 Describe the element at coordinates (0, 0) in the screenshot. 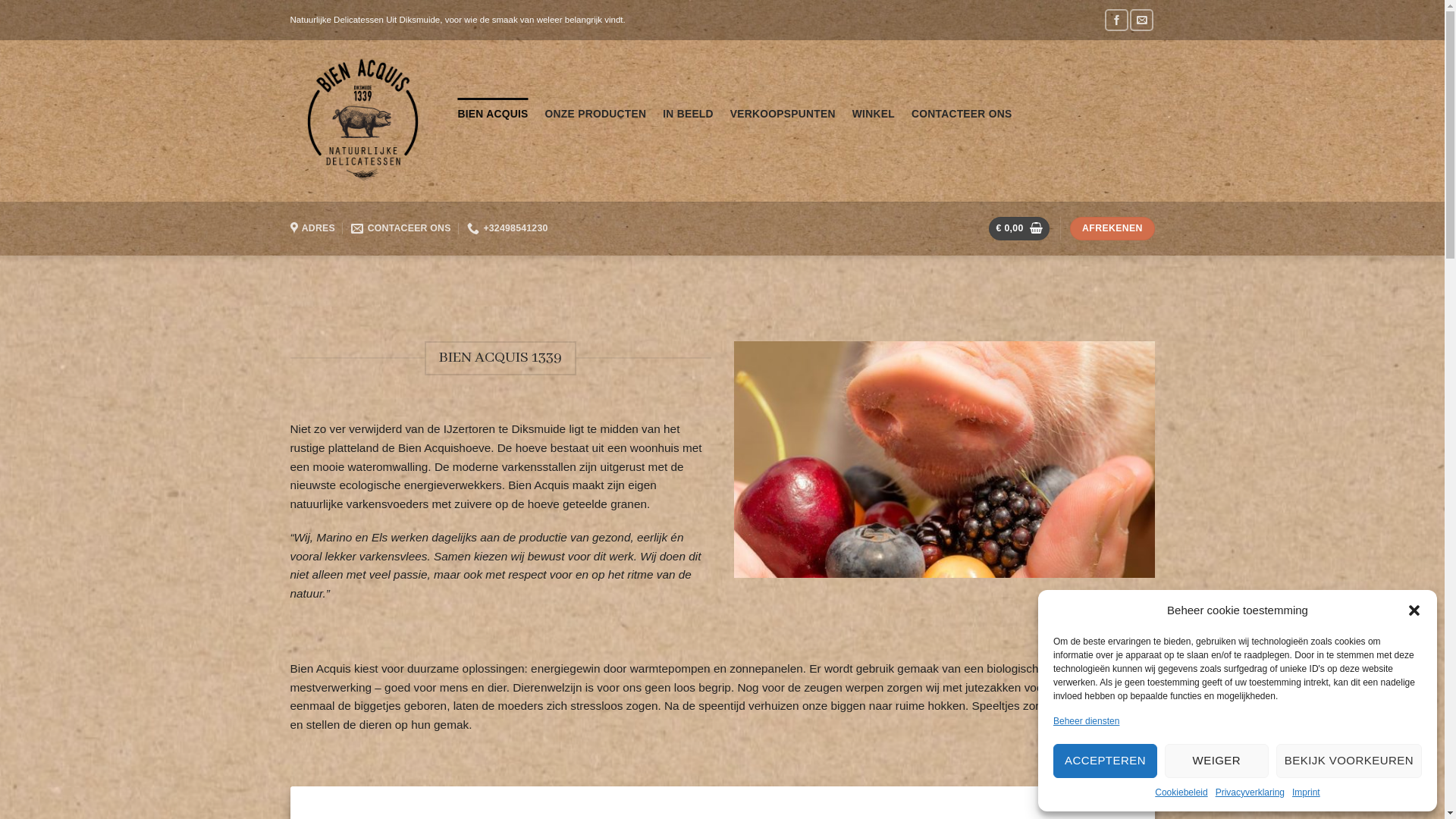

I see `'Skip to content'` at that location.